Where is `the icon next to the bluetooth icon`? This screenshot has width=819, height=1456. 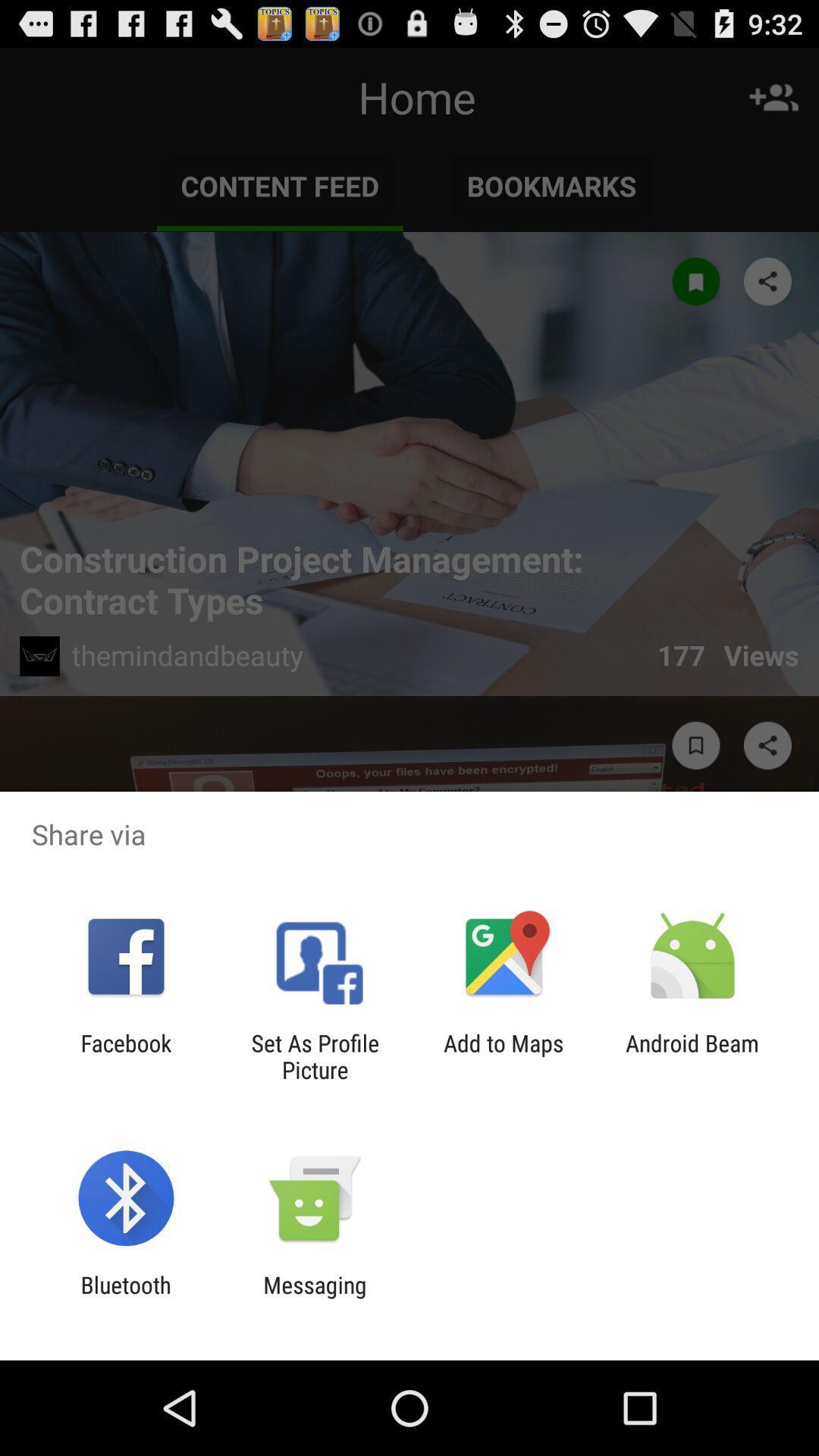 the icon next to the bluetooth icon is located at coordinates (314, 1298).